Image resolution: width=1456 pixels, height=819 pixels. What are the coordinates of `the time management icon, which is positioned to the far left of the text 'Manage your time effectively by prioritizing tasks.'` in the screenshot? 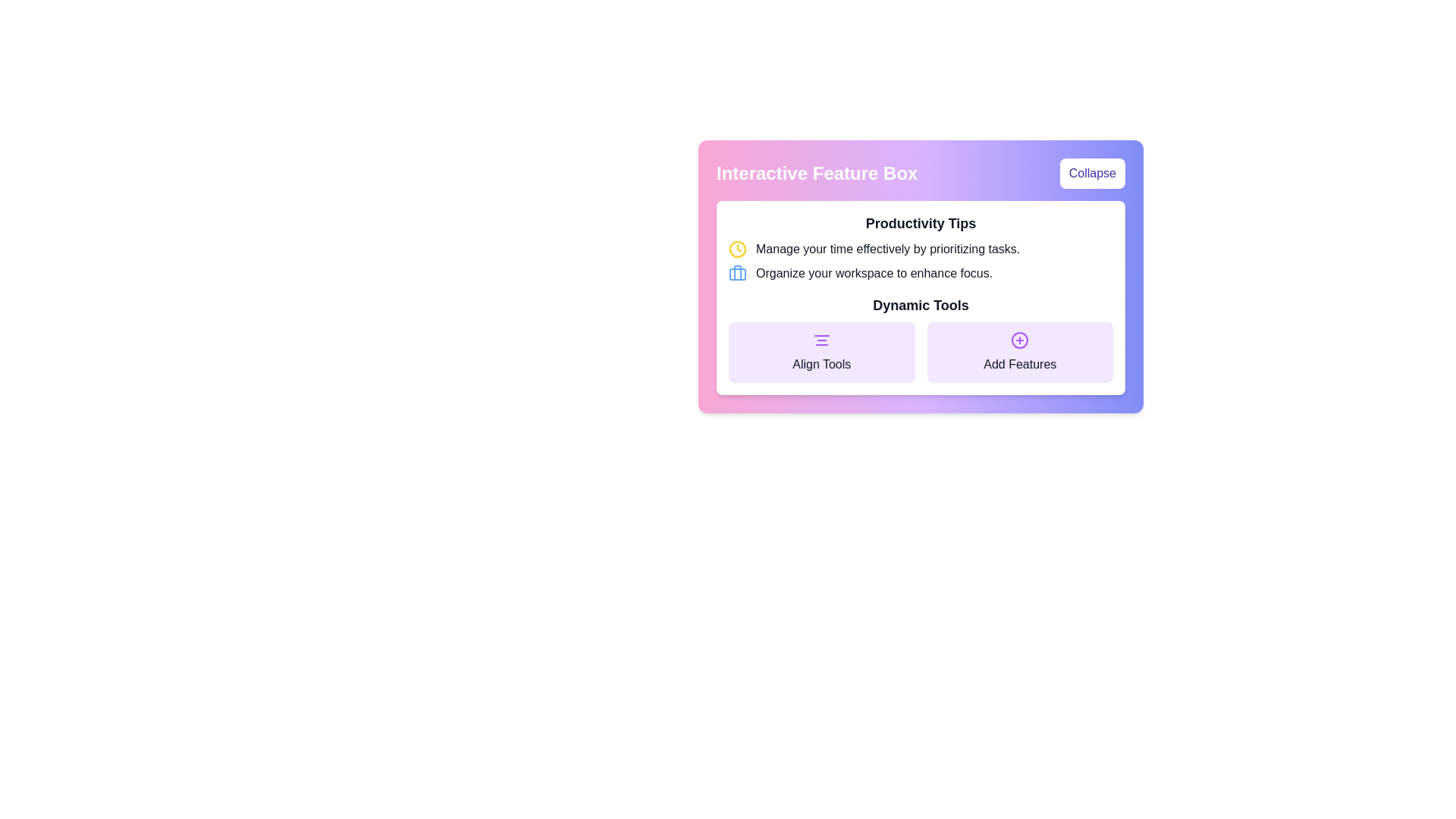 It's located at (738, 248).